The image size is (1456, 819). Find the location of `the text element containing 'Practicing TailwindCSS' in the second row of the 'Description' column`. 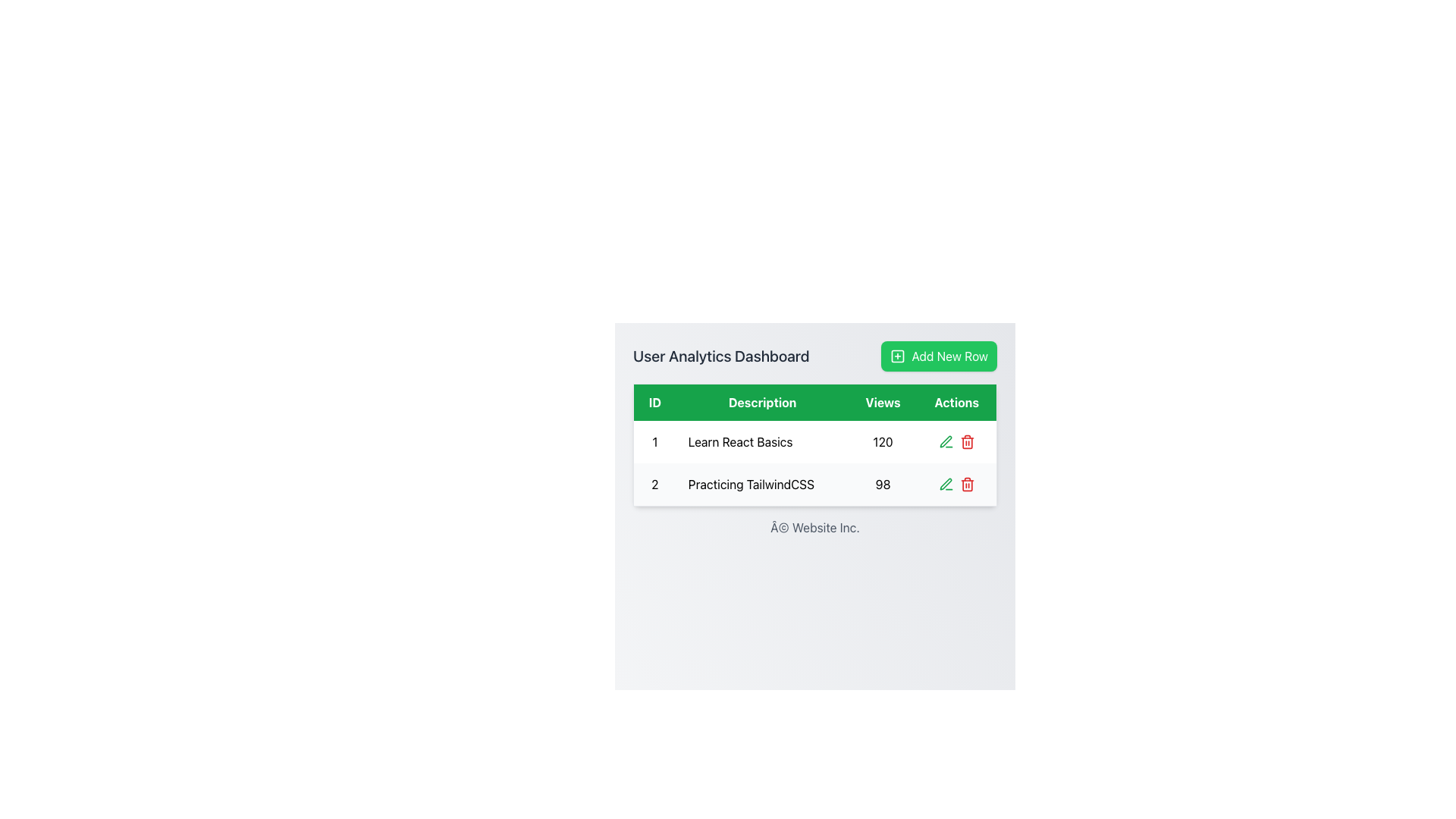

the text element containing 'Practicing TailwindCSS' in the second row of the 'Description' column is located at coordinates (762, 485).